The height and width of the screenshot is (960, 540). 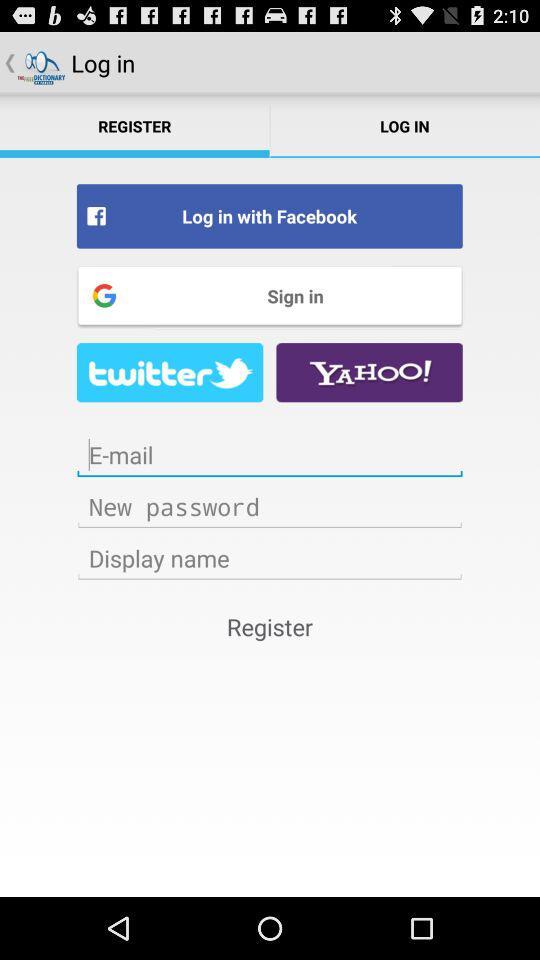 I want to click on the email, so click(x=270, y=455).